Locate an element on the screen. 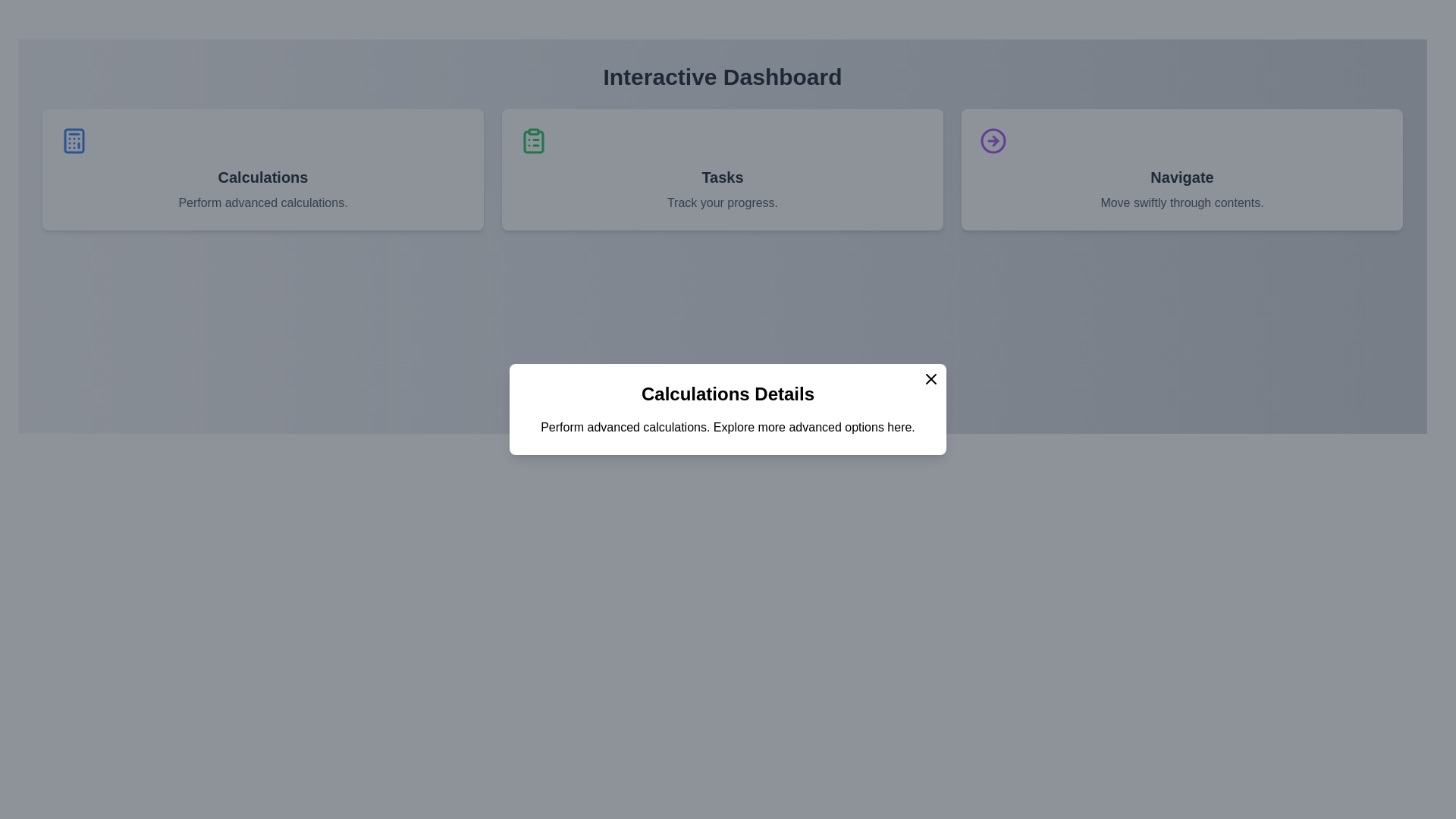  the small green clipboard icon within the 'Tasks' card, which is located at the top-left corner of the card is located at coordinates (534, 140).